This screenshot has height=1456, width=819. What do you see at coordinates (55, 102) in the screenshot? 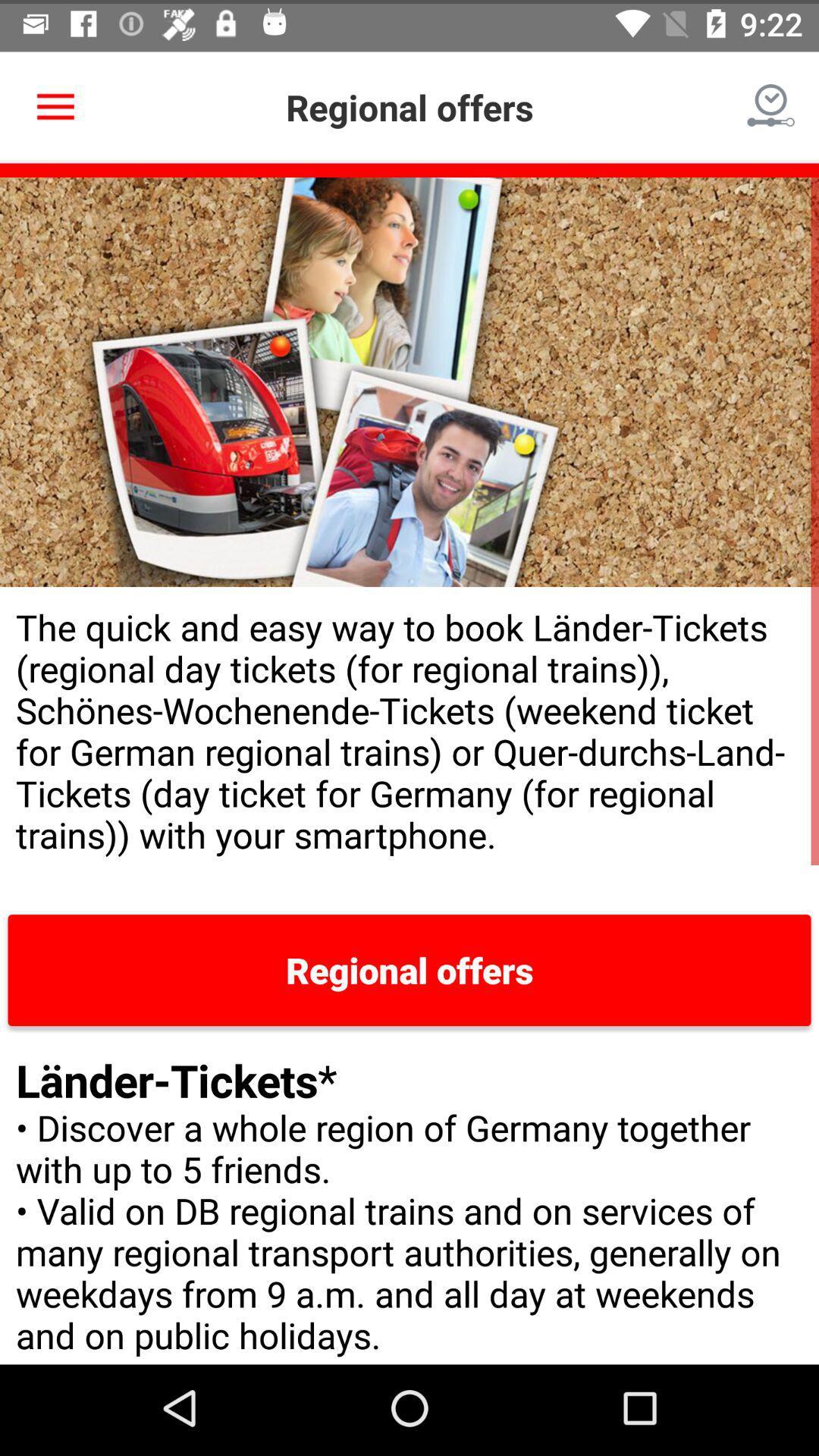
I see `item next to regional offers icon` at bounding box center [55, 102].